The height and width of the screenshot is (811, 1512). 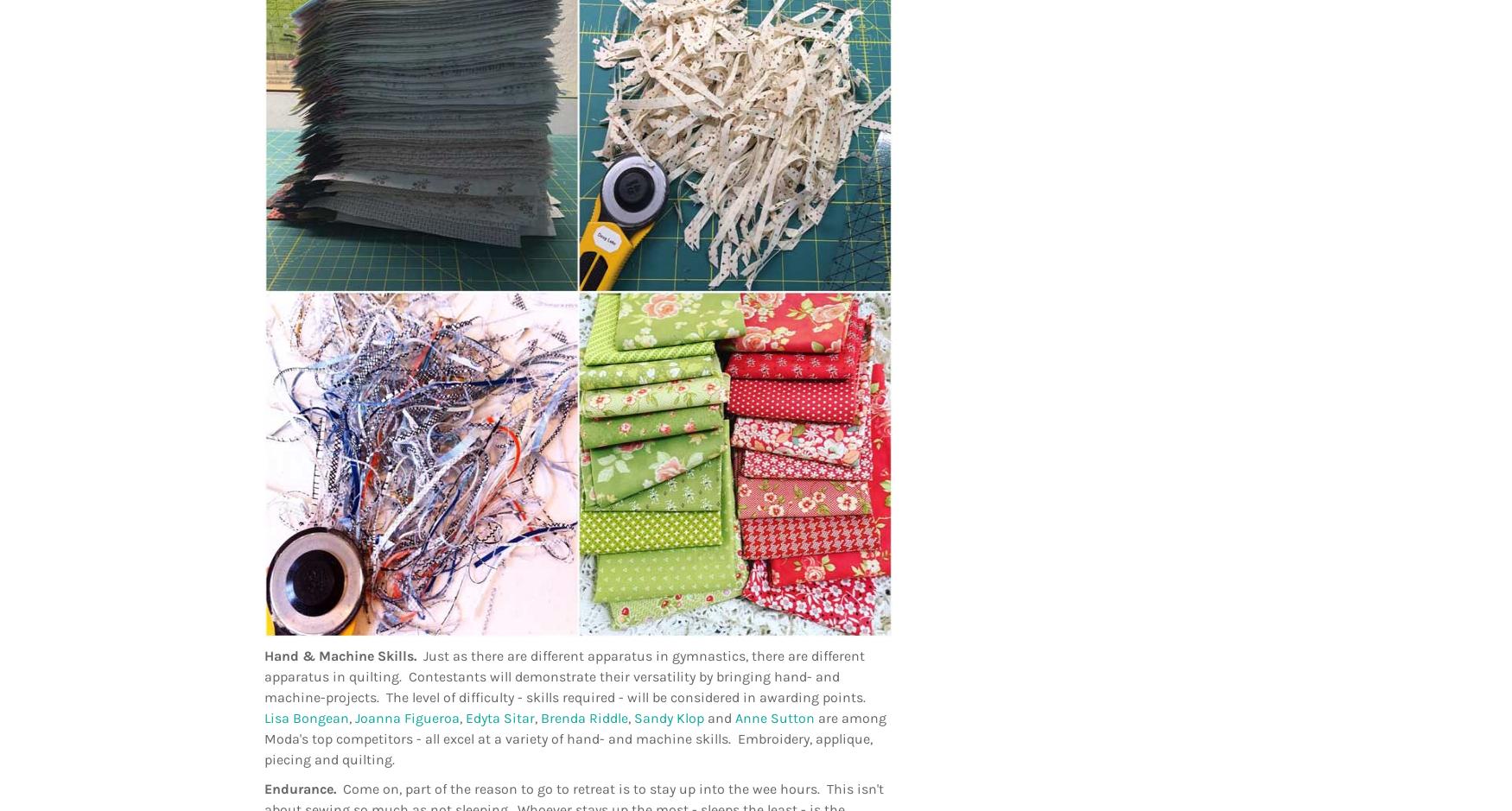 I want to click on 'Sandy Klop', so click(x=668, y=718).